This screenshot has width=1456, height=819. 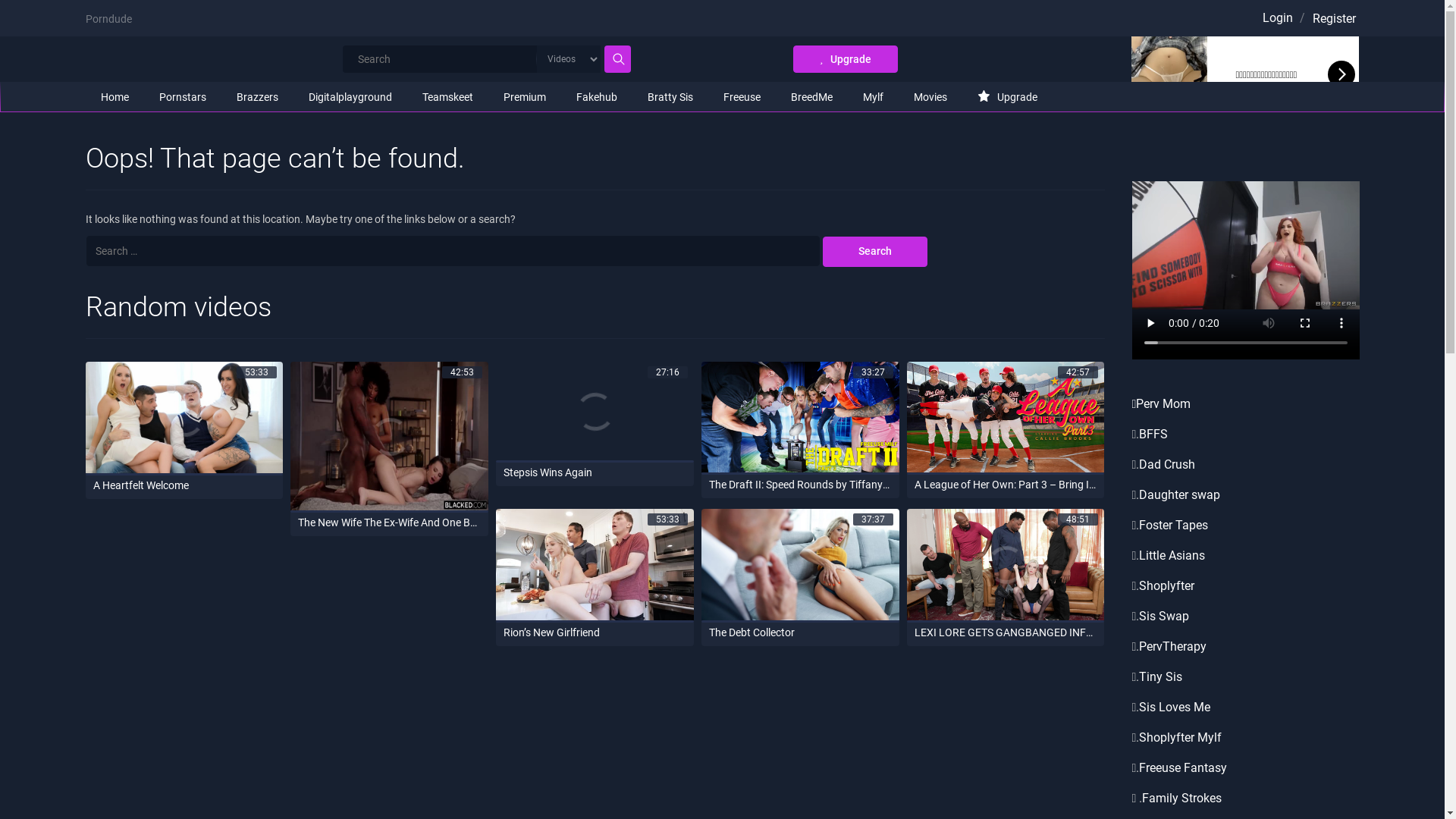 I want to click on '33:27', so click(x=799, y=418).